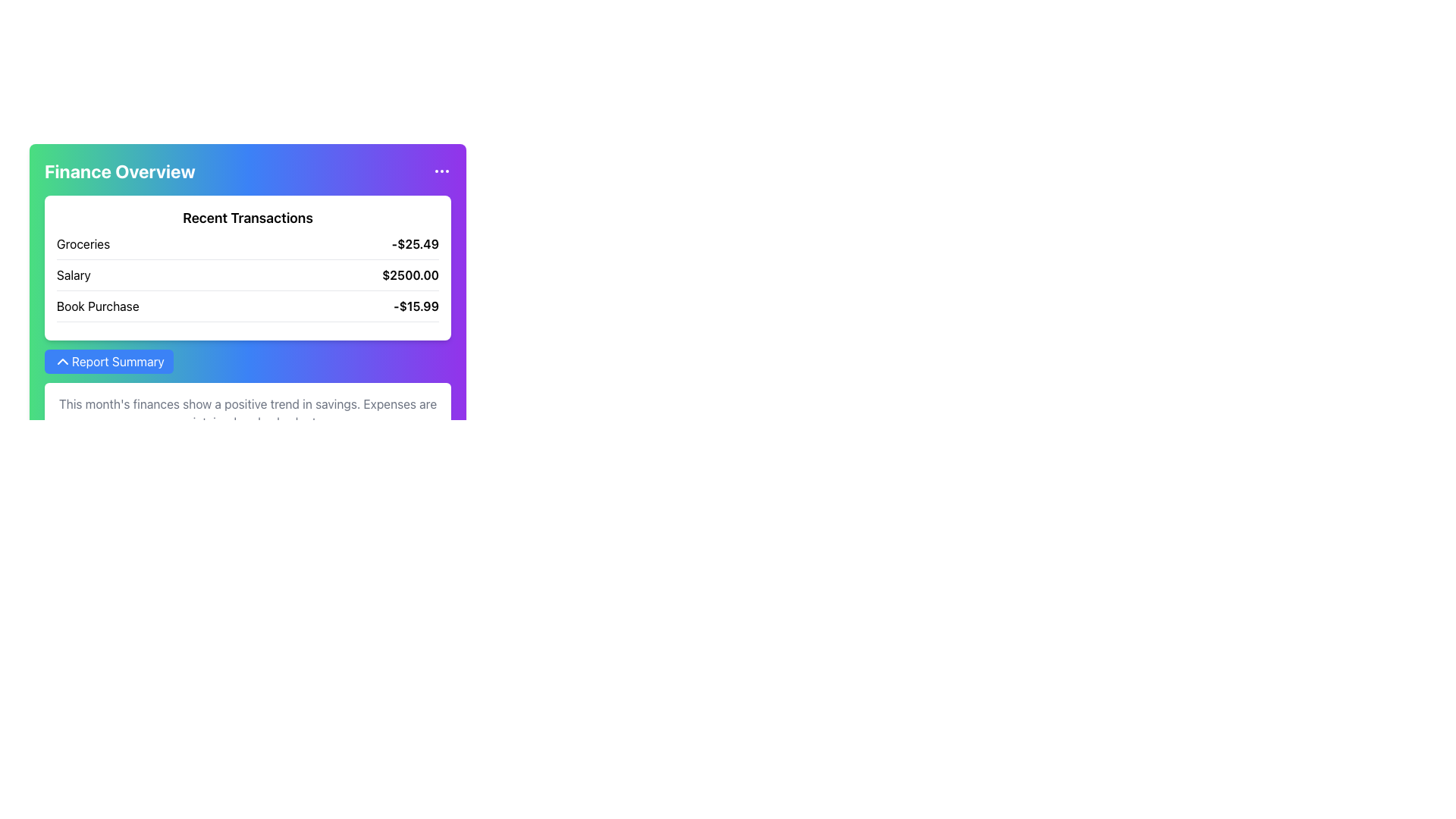 Image resolution: width=1456 pixels, height=819 pixels. What do you see at coordinates (247, 413) in the screenshot?
I see `the rectangular text block displaying the message about finances, which is located at the bottom of the 'Finance Overview' section, below the 'Report Summary' button` at bounding box center [247, 413].